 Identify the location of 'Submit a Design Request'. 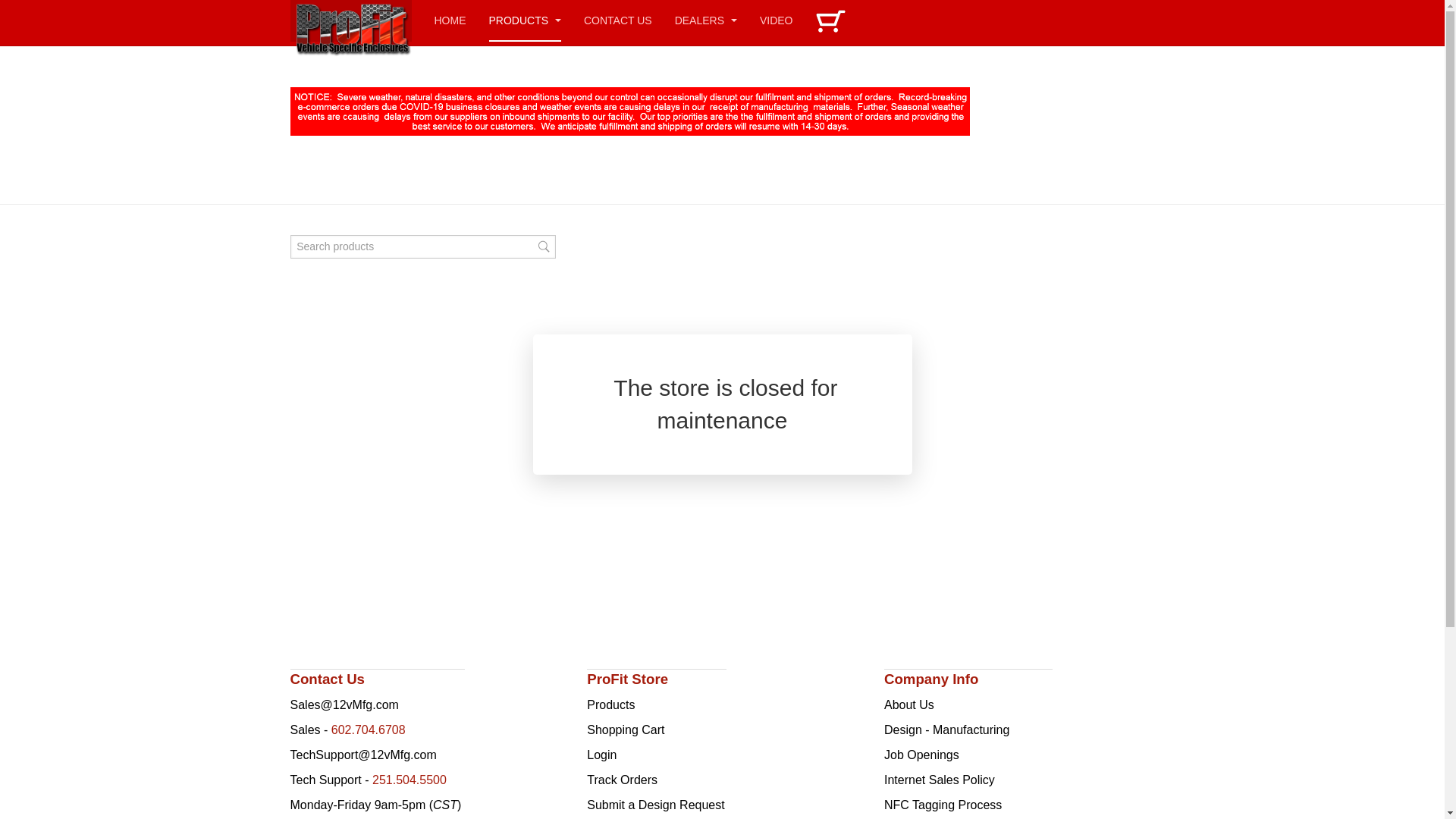
(655, 804).